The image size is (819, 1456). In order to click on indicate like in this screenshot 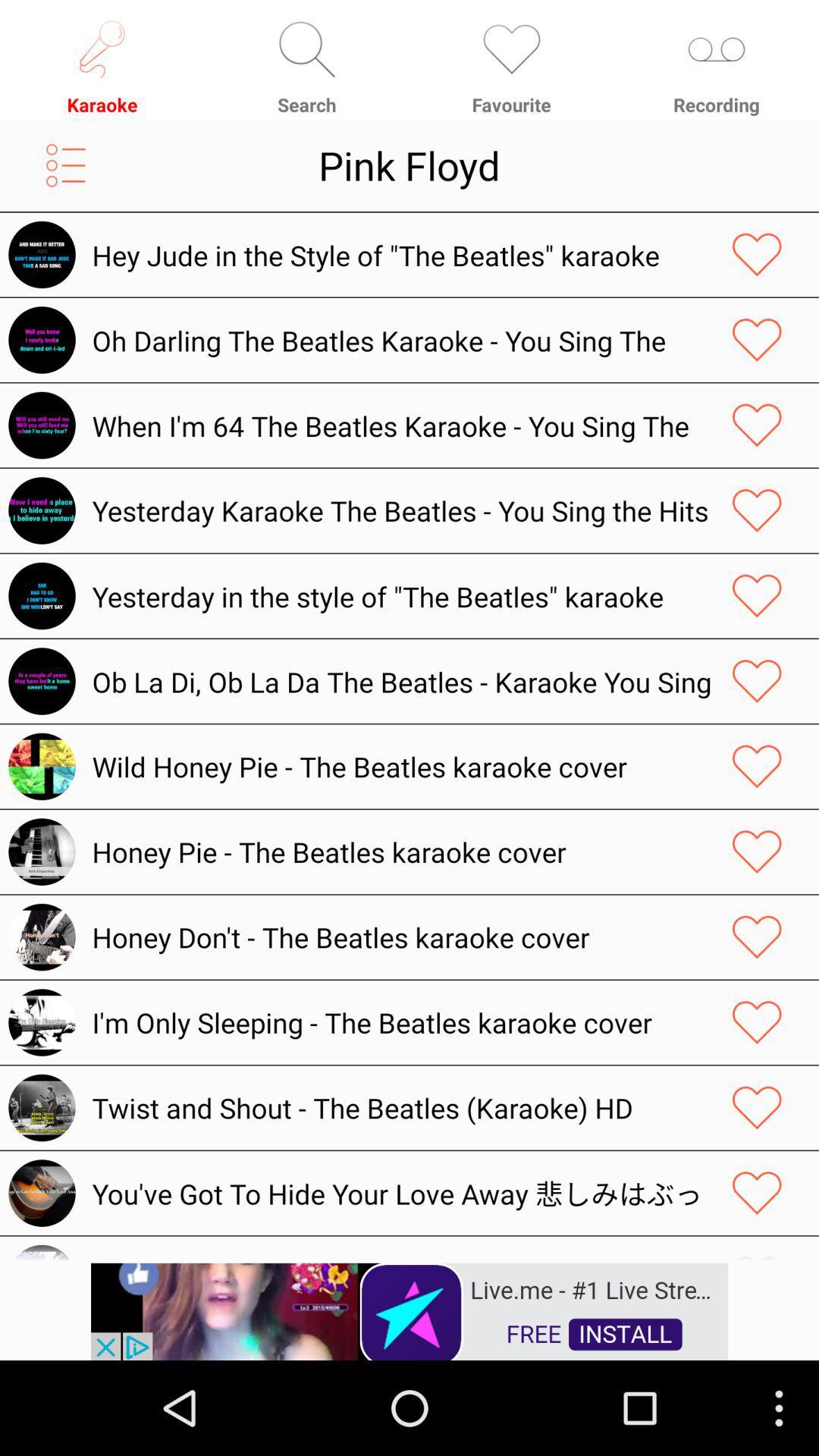, I will do `click(757, 1022)`.